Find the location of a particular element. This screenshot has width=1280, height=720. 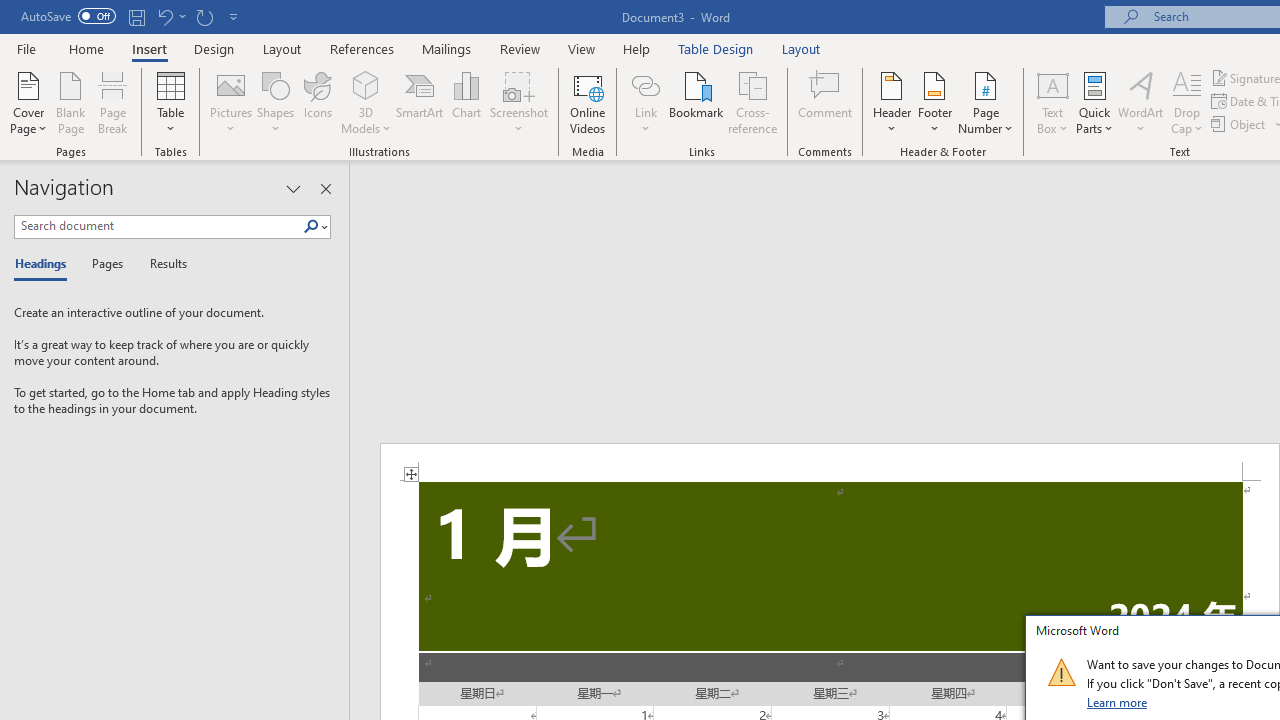

'Object...' is located at coordinates (1239, 124).